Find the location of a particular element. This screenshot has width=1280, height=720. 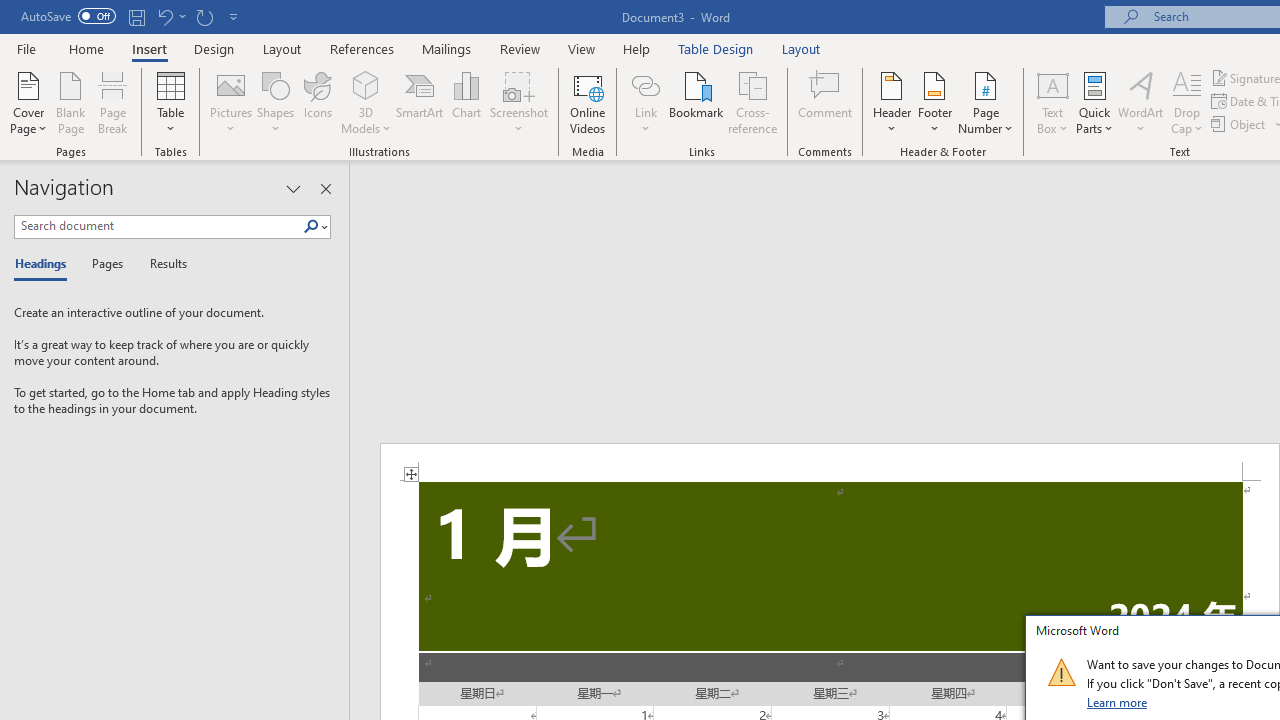

'Object...' is located at coordinates (1239, 124).